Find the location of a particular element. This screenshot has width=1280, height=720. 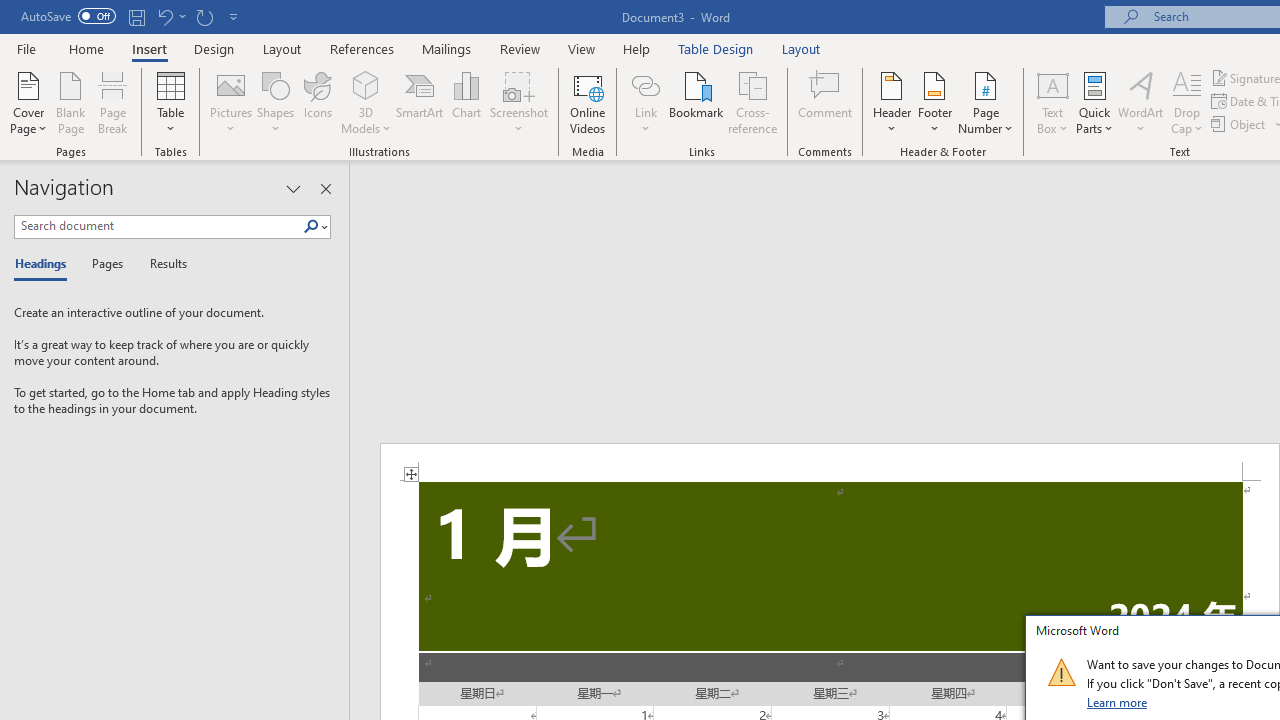

'Object...' is located at coordinates (1239, 124).